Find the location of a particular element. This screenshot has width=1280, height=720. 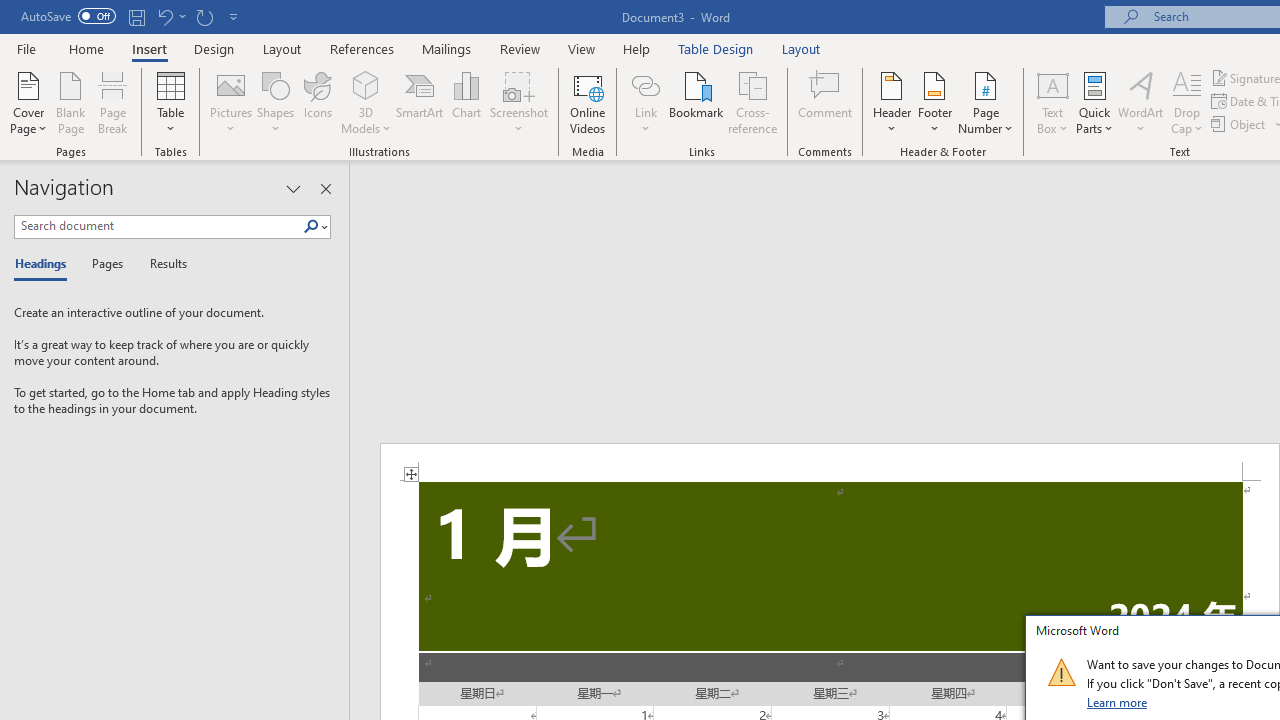

'Object...' is located at coordinates (1239, 124).